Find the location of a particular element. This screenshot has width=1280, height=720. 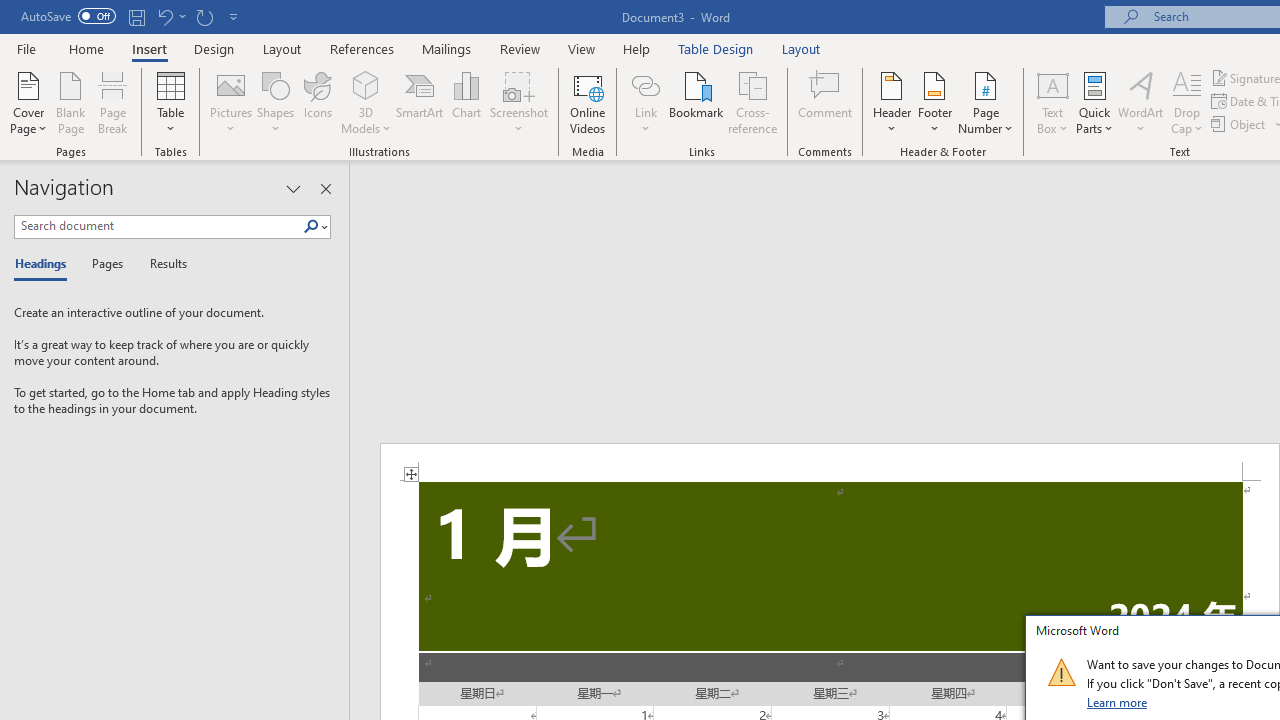

'Object...' is located at coordinates (1239, 124).